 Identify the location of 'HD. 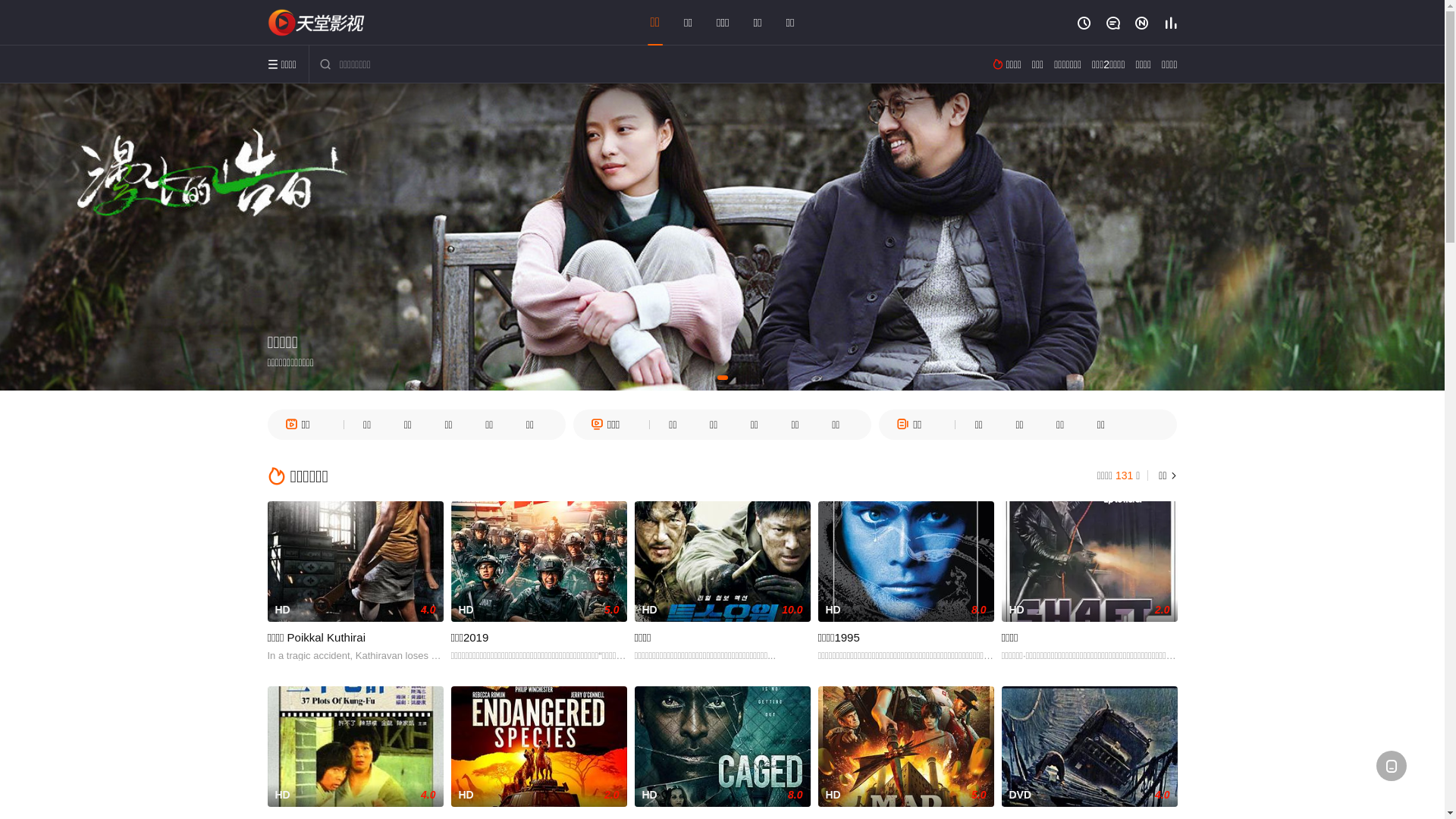
(1001, 561).